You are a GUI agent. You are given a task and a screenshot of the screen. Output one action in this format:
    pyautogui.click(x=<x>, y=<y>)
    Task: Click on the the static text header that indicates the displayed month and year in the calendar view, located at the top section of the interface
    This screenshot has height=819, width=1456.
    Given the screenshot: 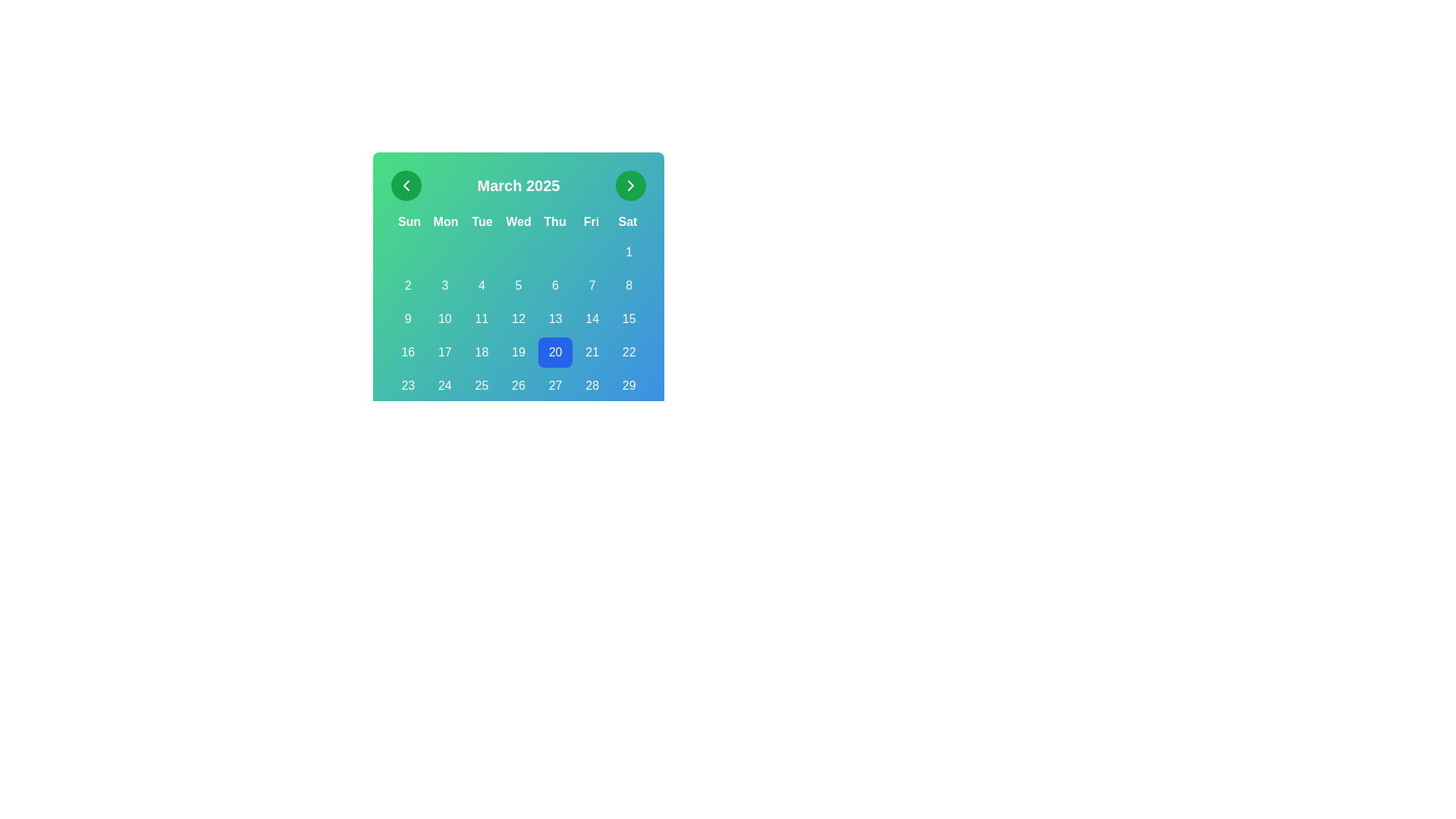 What is the action you would take?
    pyautogui.click(x=519, y=185)
    